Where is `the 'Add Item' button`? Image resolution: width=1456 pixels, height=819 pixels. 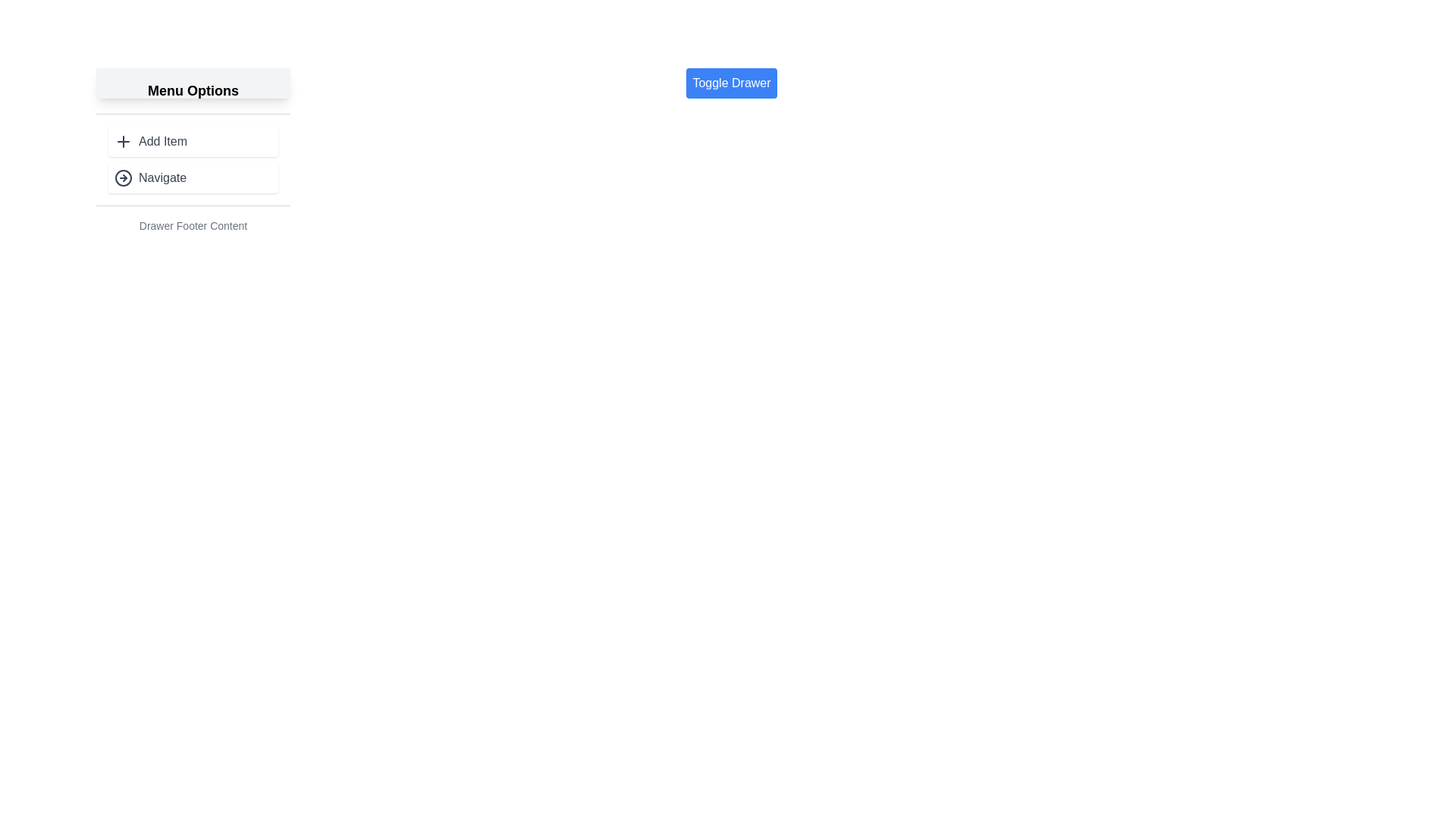 the 'Add Item' button is located at coordinates (192, 141).